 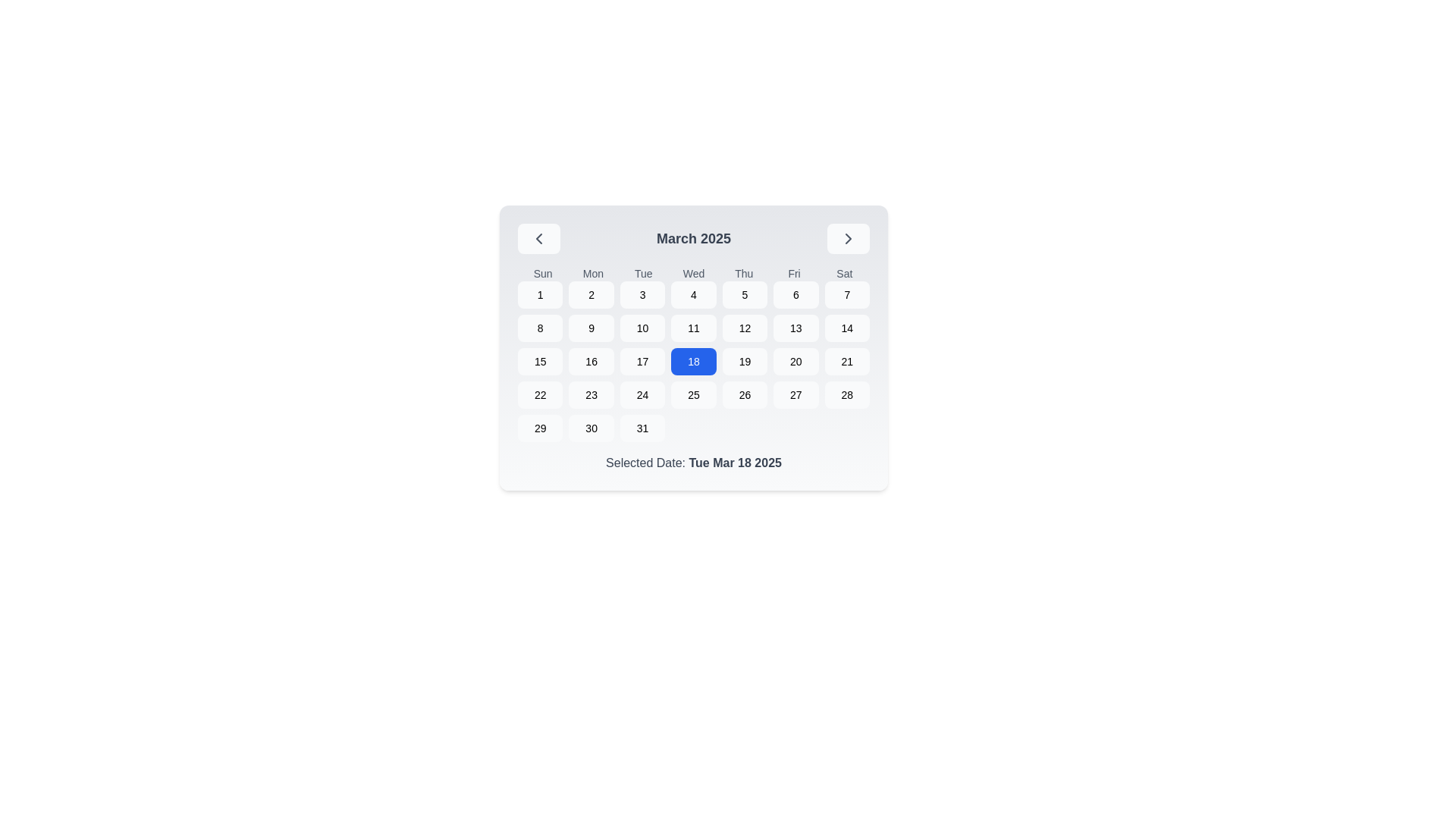 I want to click on the Calendar Date Button, which is a circular area containing the number '8' with a gray background that changes to blue on hover, located under the 'Sun' column in the second row of the calendar grid, so click(x=540, y=327).